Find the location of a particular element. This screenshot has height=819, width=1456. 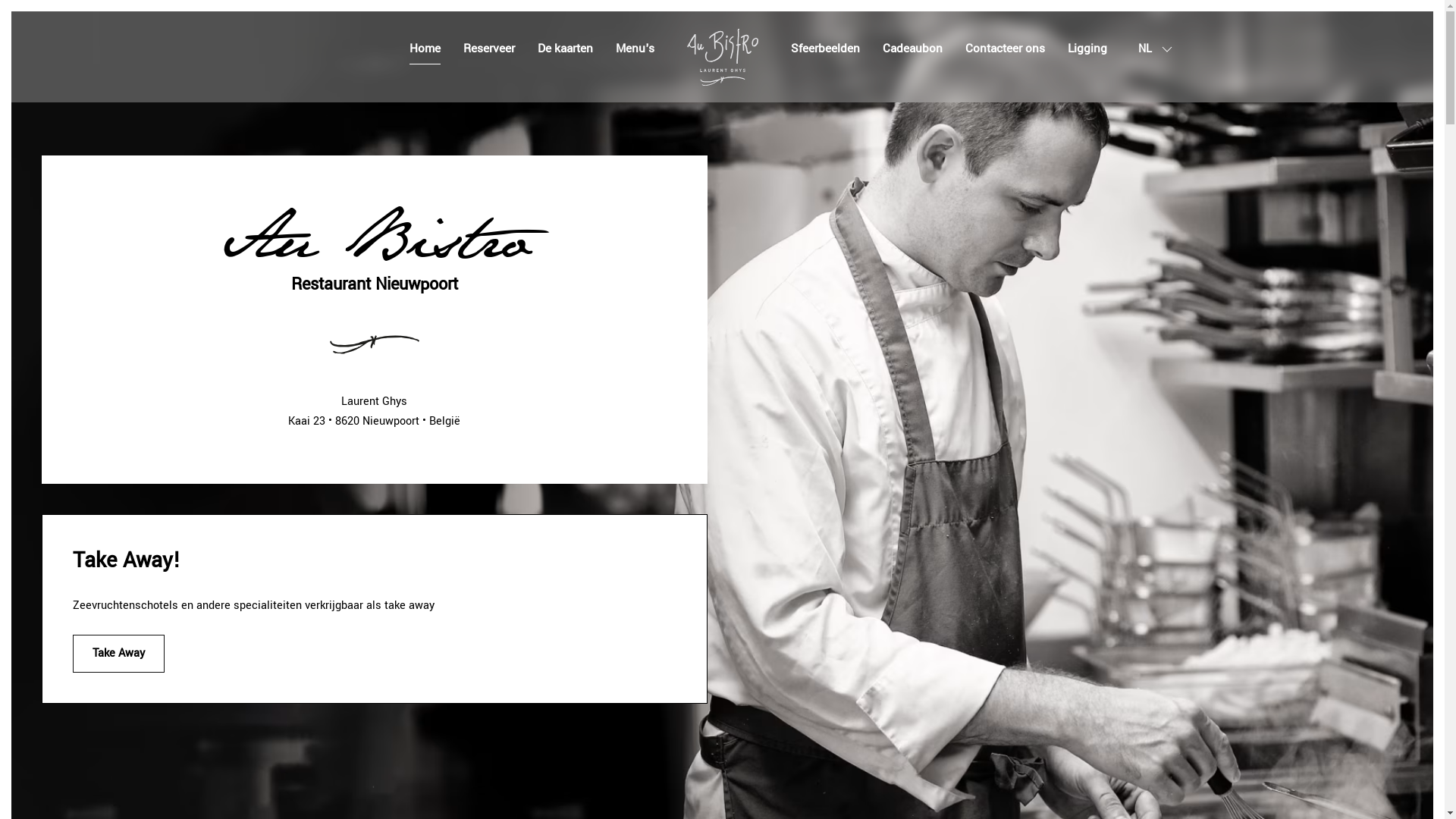

'Contacteer ons' is located at coordinates (1004, 49).